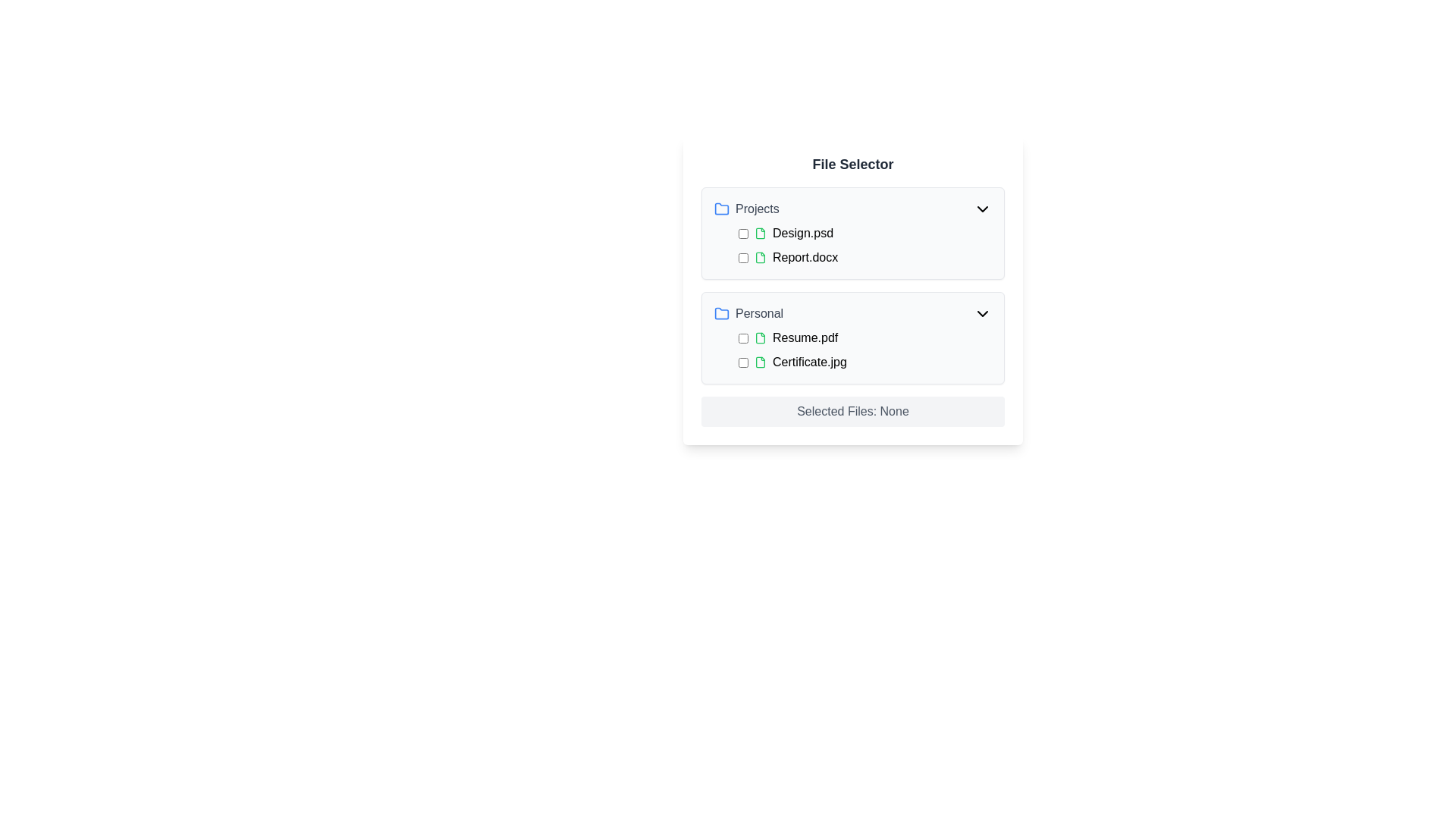 The image size is (1456, 819). What do you see at coordinates (720, 312) in the screenshot?
I see `the blue folder icon with rounded corners located to the left of the 'Personal' label in the file selector interface` at bounding box center [720, 312].